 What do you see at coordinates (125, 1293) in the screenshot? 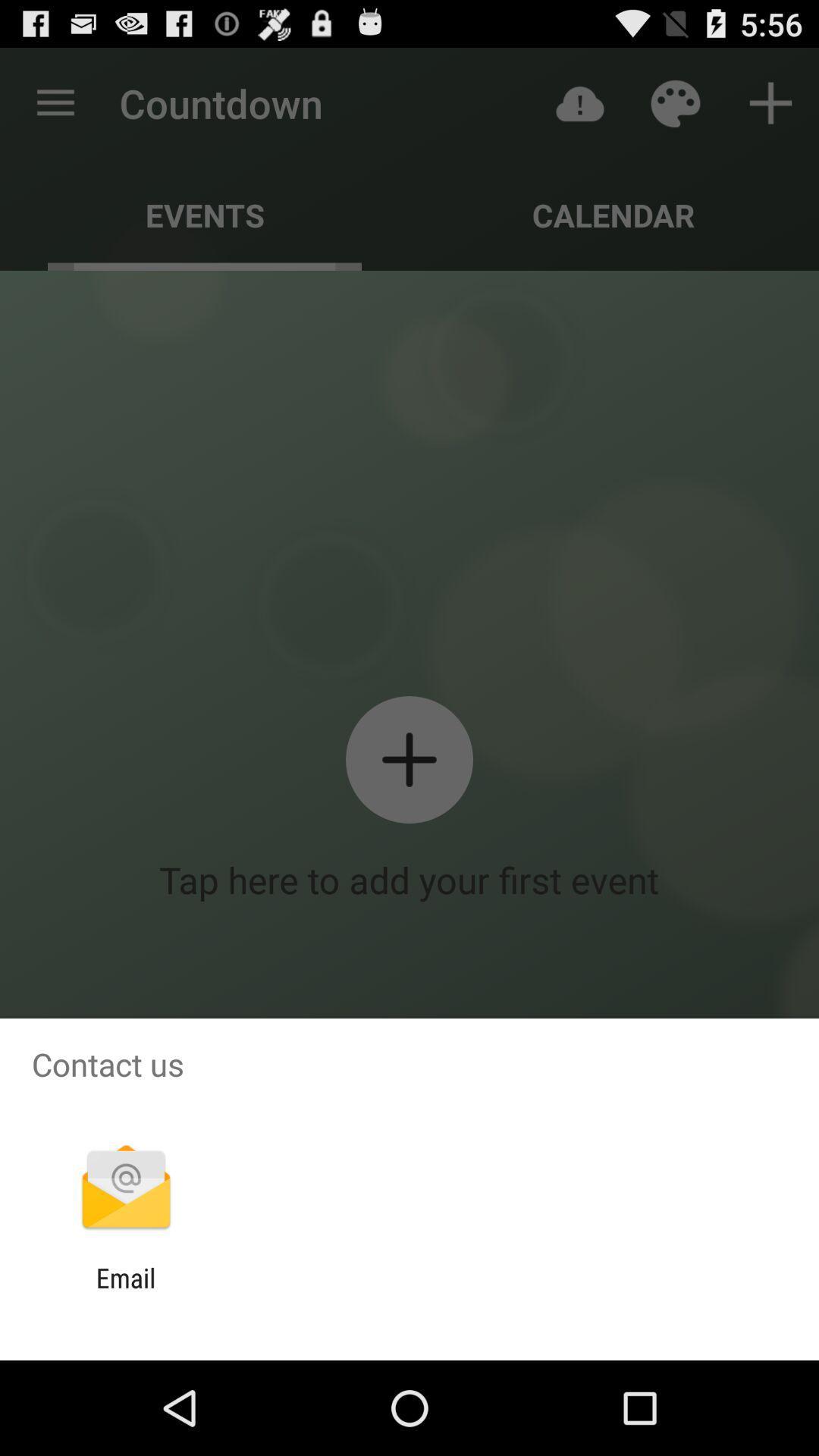
I see `the email item` at bounding box center [125, 1293].